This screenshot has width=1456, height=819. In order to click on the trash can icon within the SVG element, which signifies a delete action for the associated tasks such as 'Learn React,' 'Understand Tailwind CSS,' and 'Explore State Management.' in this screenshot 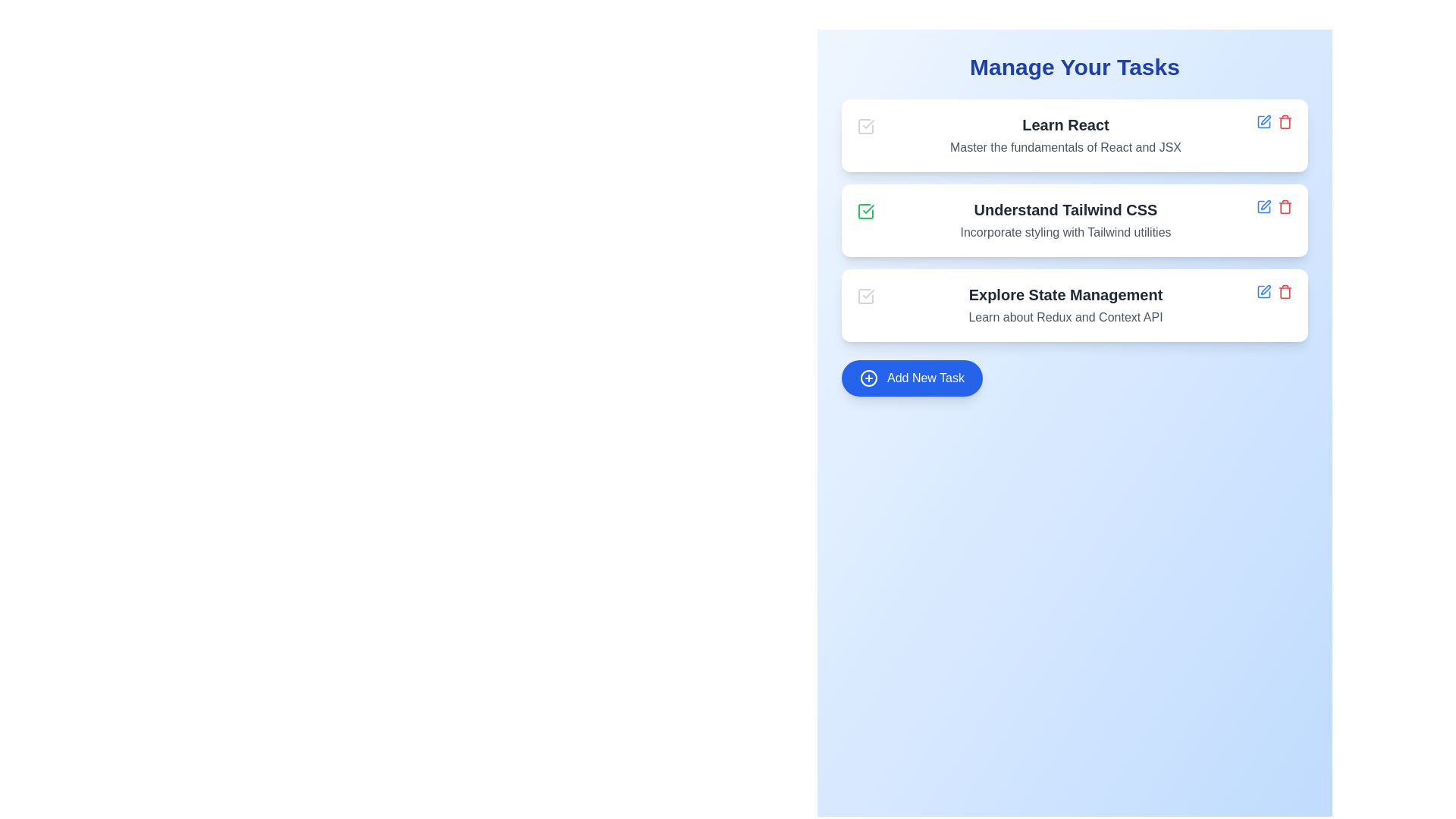, I will do `click(1284, 122)`.